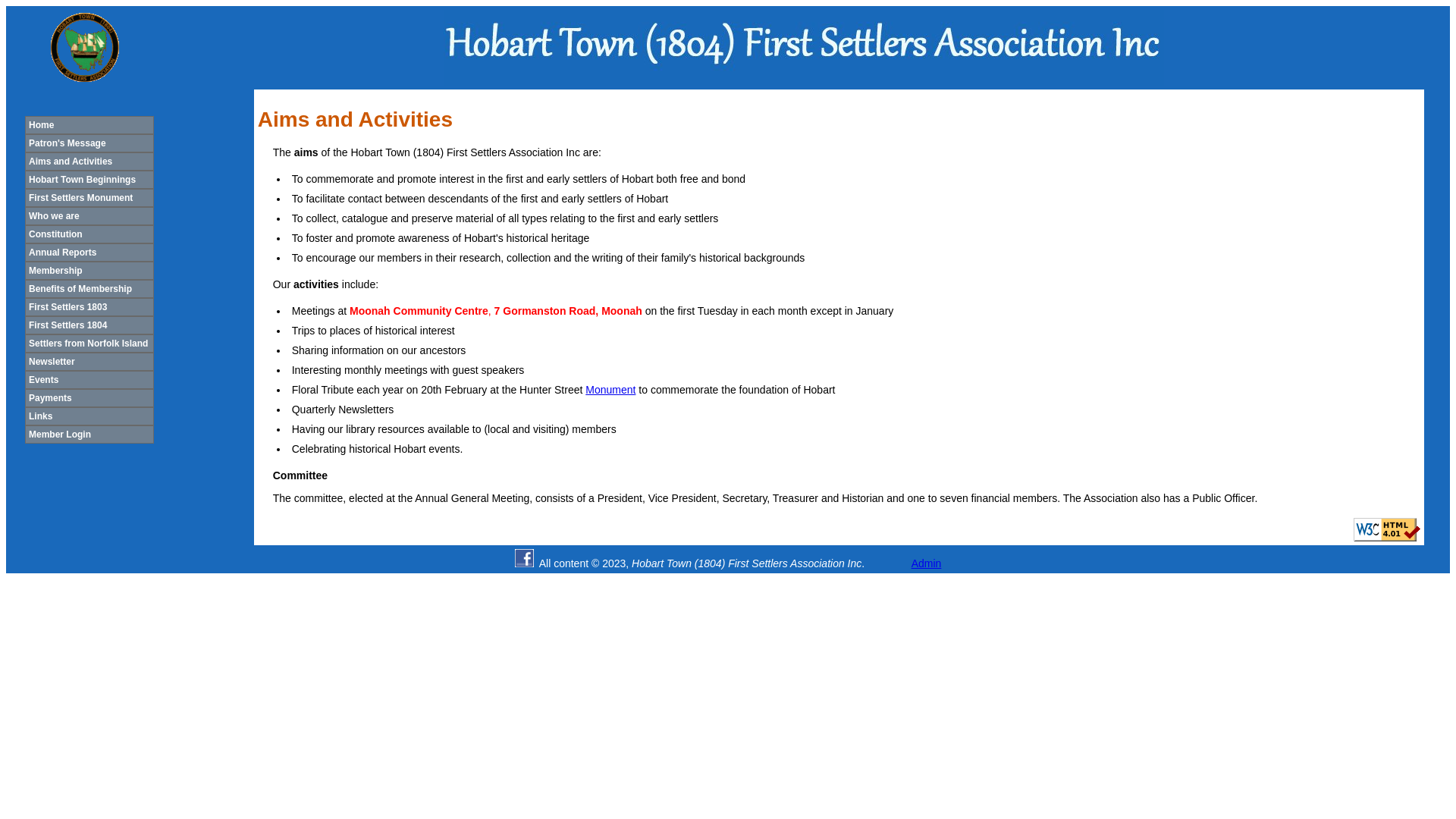 The image size is (1456, 819). What do you see at coordinates (25, 379) in the screenshot?
I see `'Events'` at bounding box center [25, 379].